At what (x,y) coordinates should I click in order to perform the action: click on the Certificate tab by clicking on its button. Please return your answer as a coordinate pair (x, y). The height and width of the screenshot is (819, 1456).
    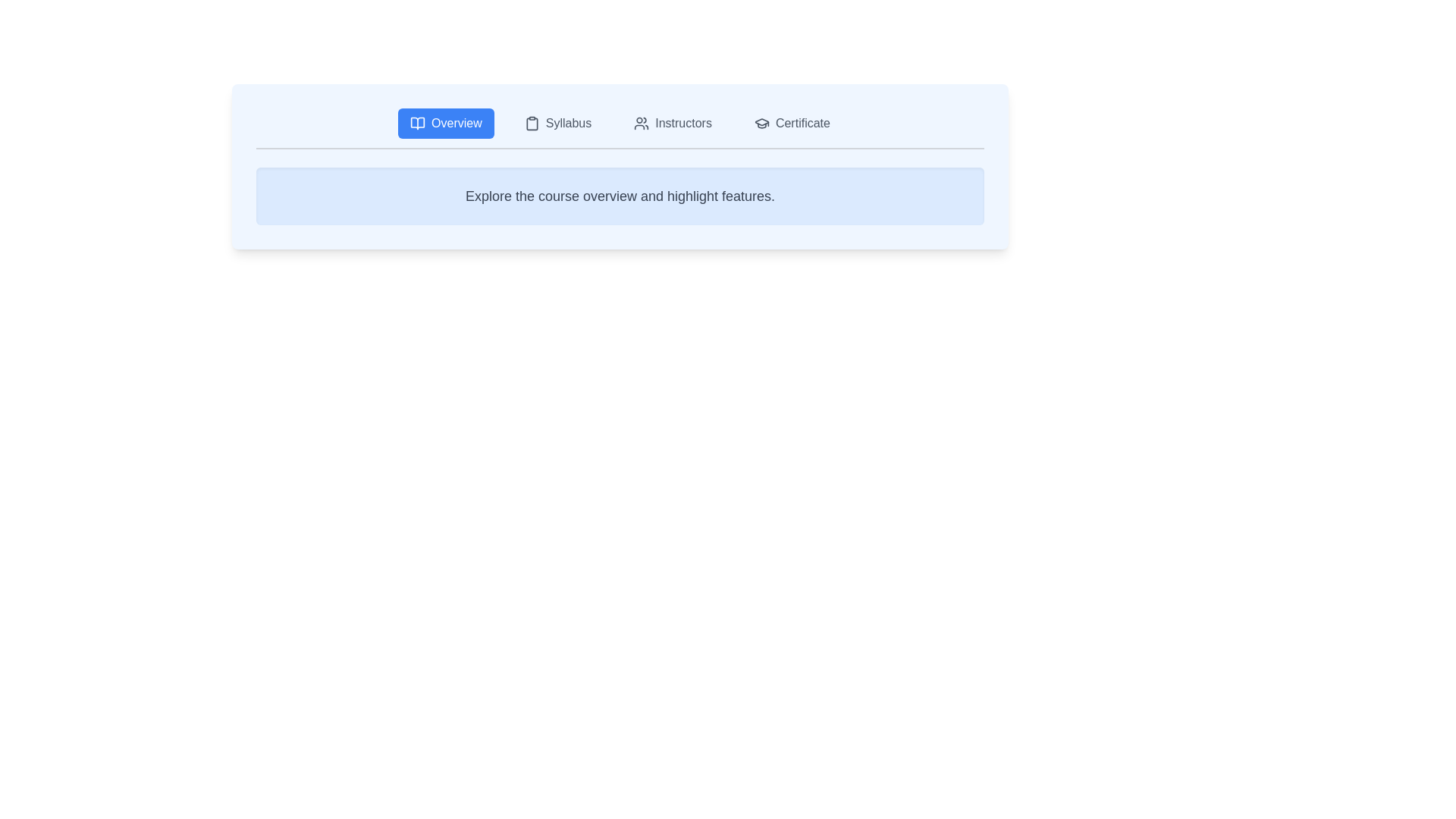
    Looking at the image, I should click on (791, 122).